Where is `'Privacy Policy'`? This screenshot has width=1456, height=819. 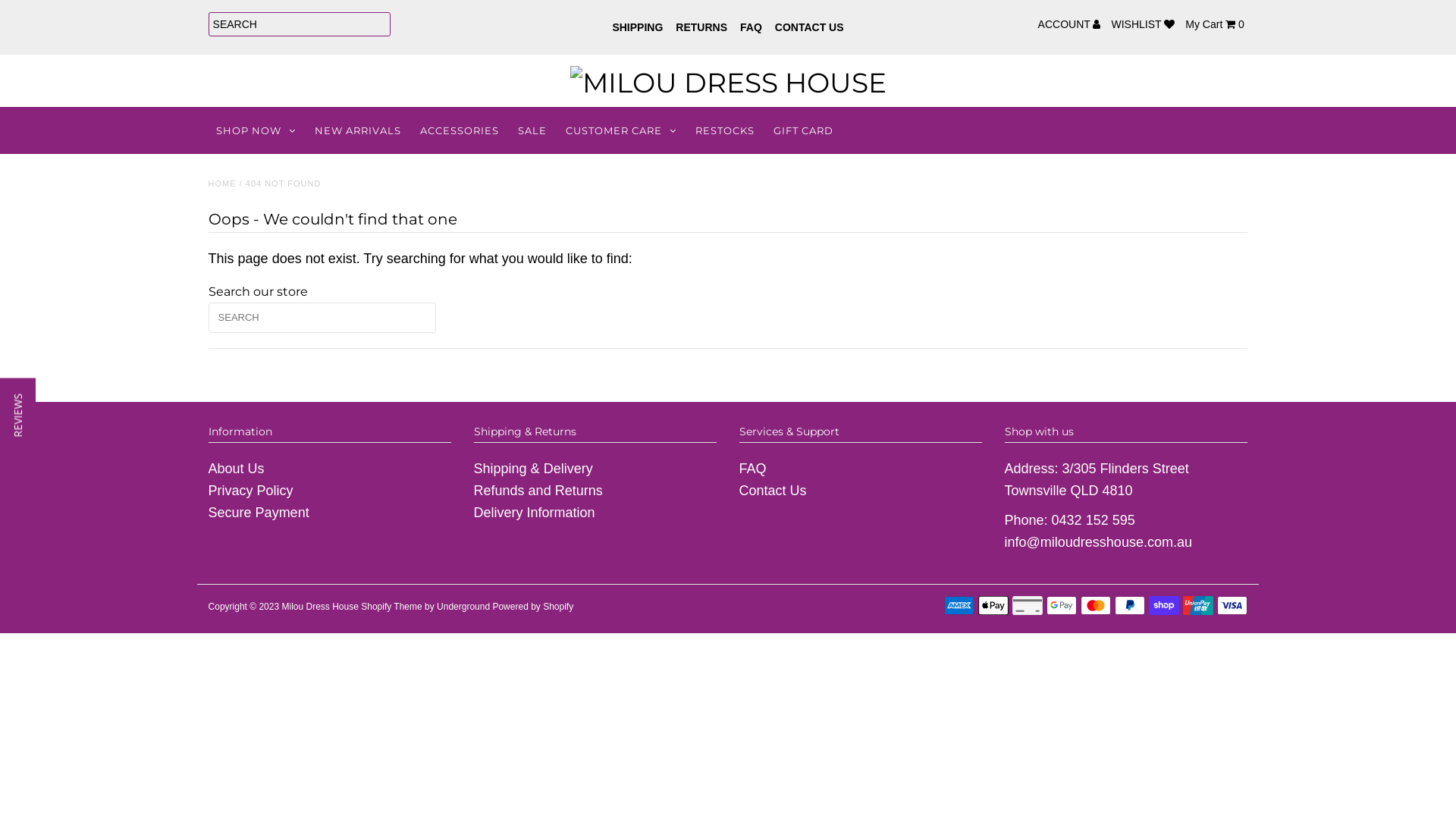
'Privacy Policy' is located at coordinates (251, 491).